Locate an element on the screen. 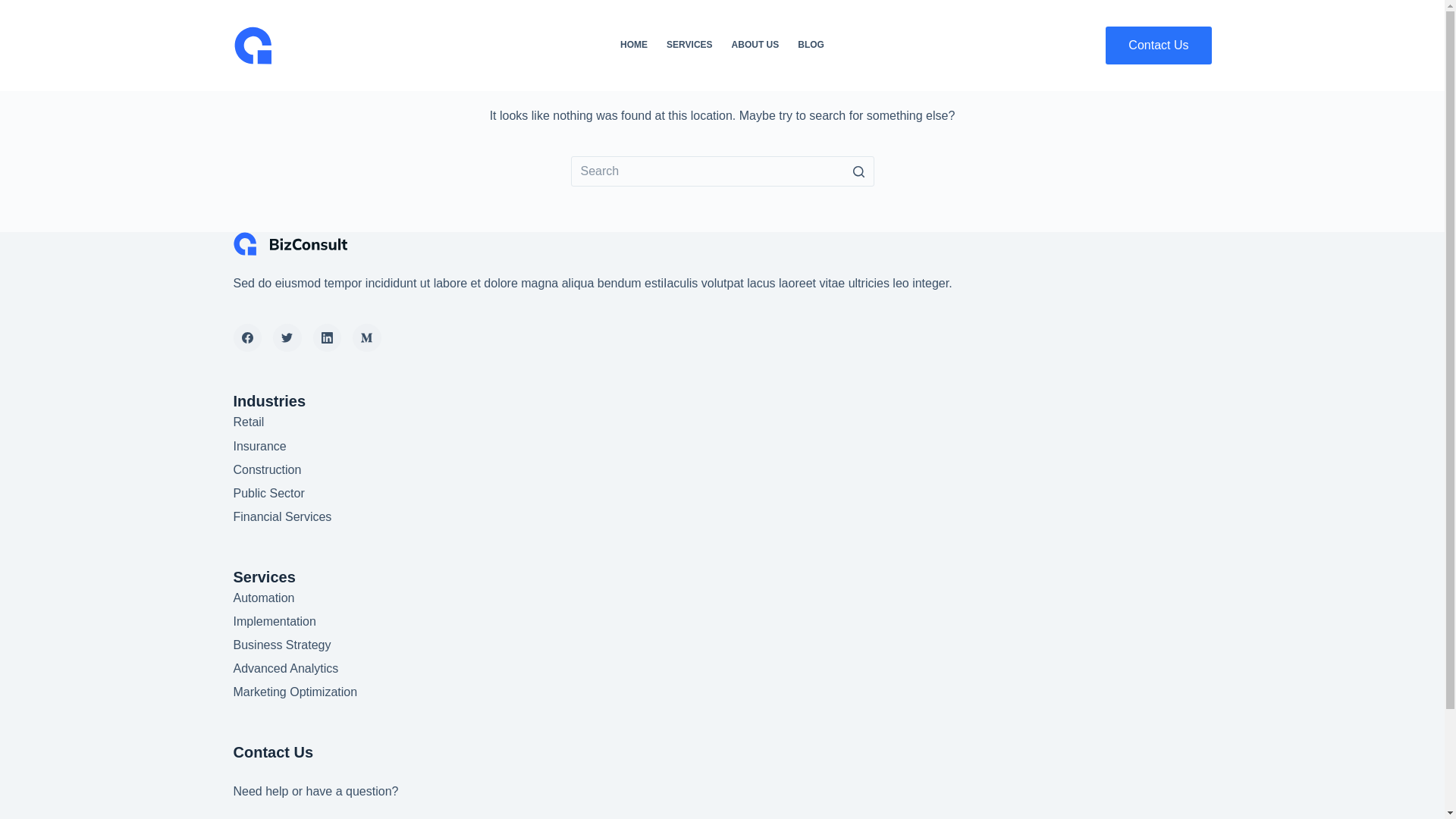 Image resolution: width=1456 pixels, height=819 pixels. 'Public Sector' is located at coordinates (232, 493).